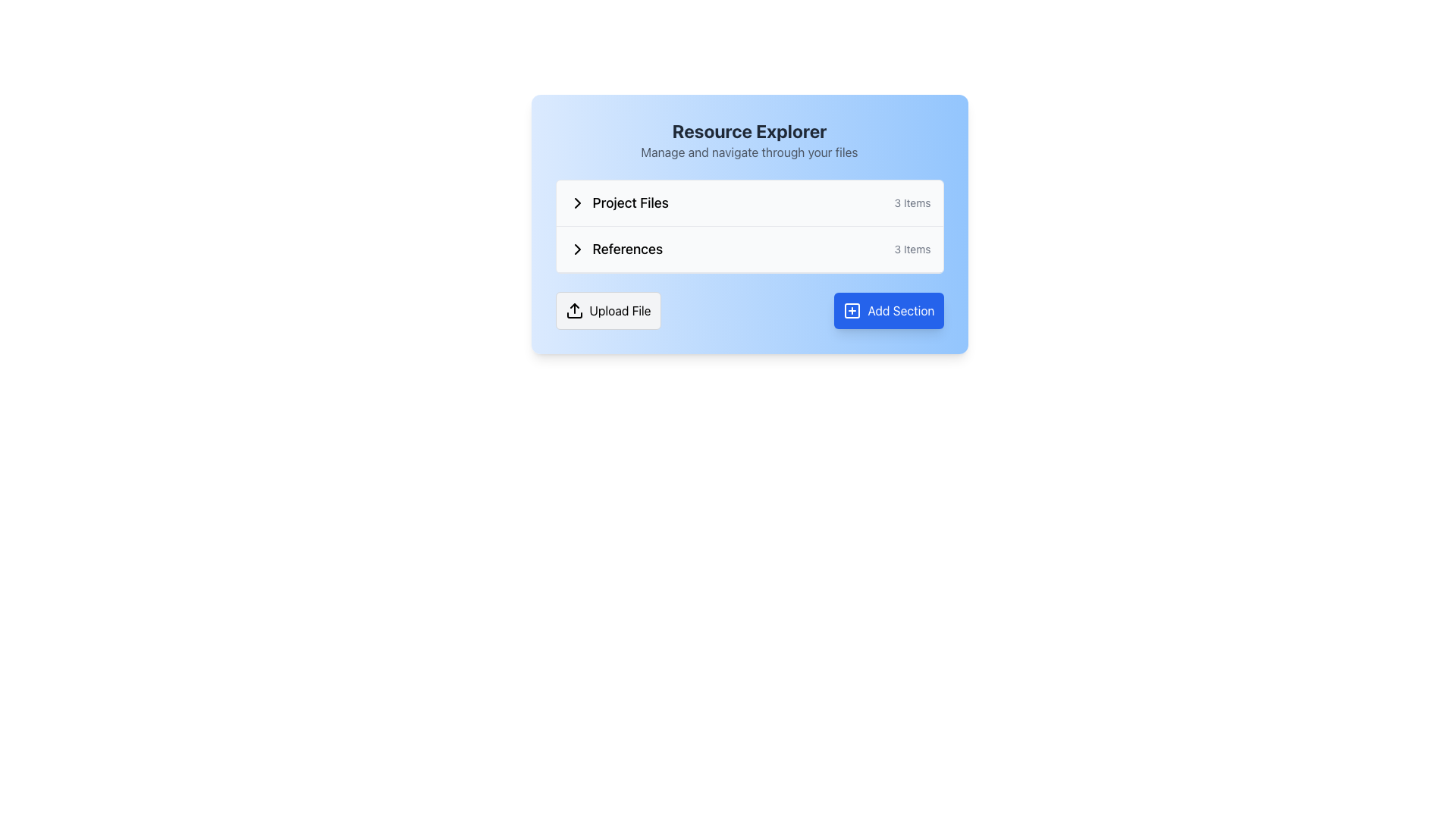 The height and width of the screenshot is (819, 1456). Describe the element at coordinates (607, 309) in the screenshot. I see `the 'Upload File' button, which is a rectangular button with a light gray background and an upload icon, located beneath the 'Project Files' and 'References' listings` at that location.